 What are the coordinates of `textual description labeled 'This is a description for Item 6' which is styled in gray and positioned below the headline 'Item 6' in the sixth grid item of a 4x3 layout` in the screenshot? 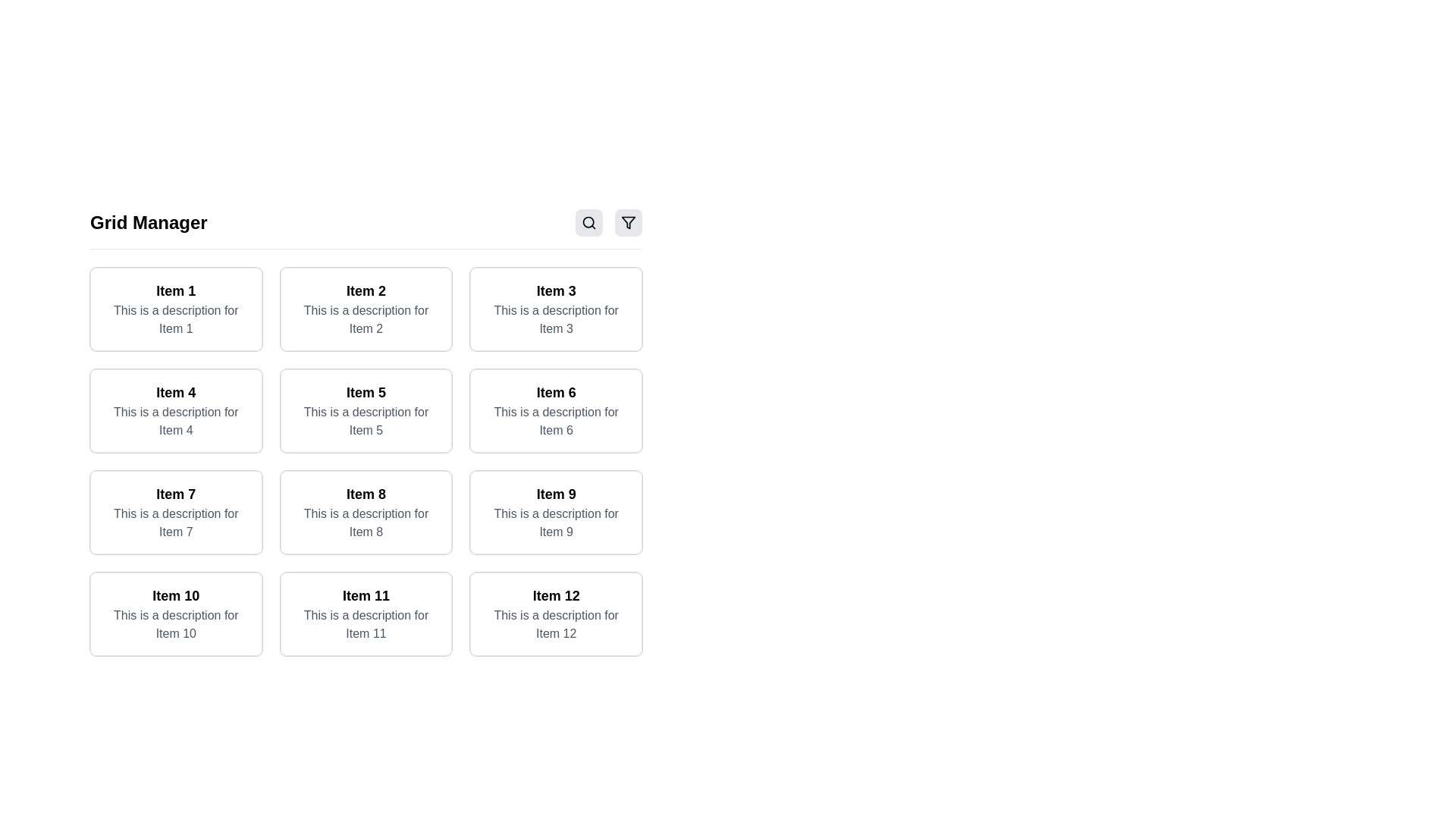 It's located at (555, 421).